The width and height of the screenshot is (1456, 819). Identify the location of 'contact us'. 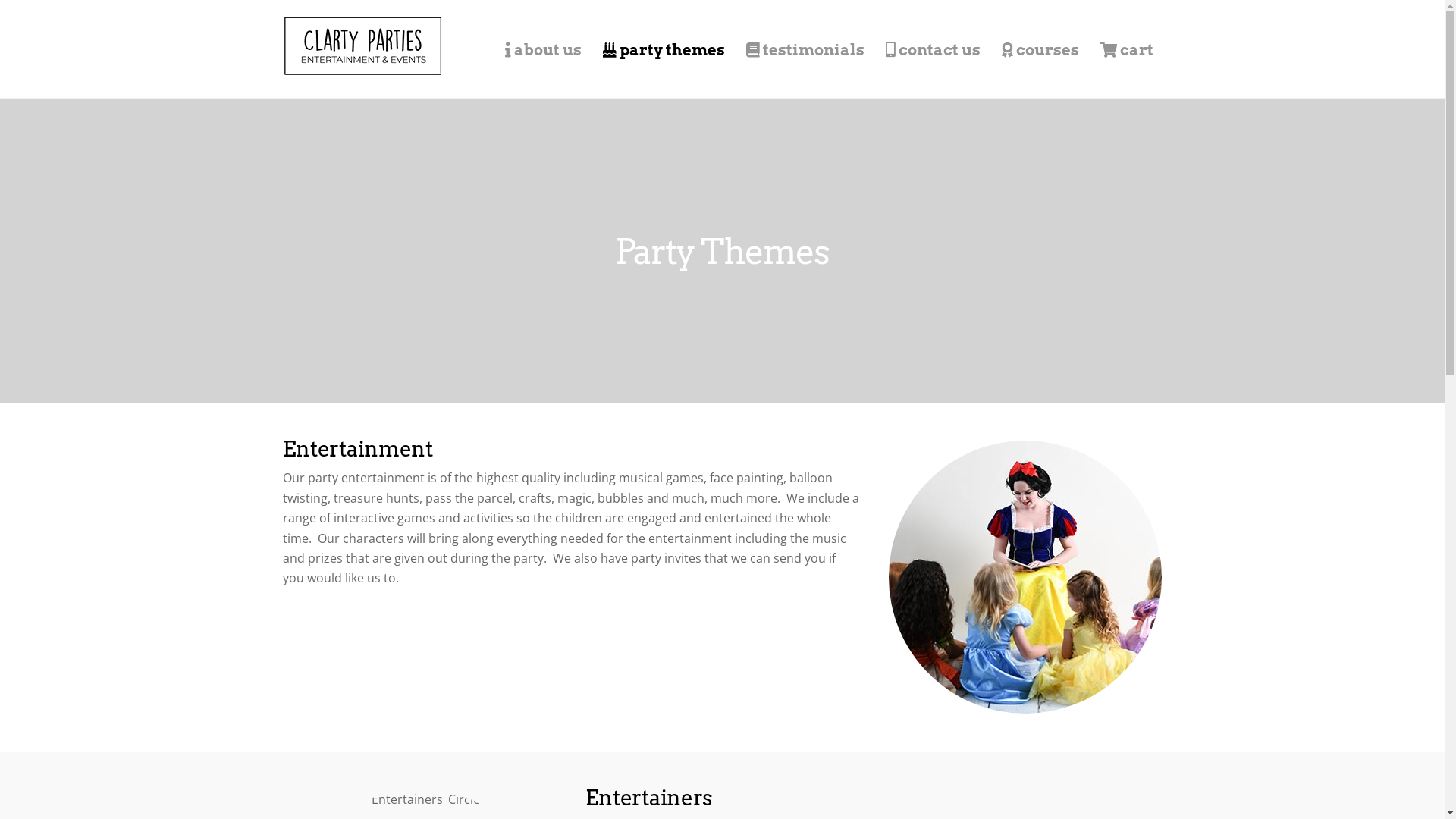
(932, 49).